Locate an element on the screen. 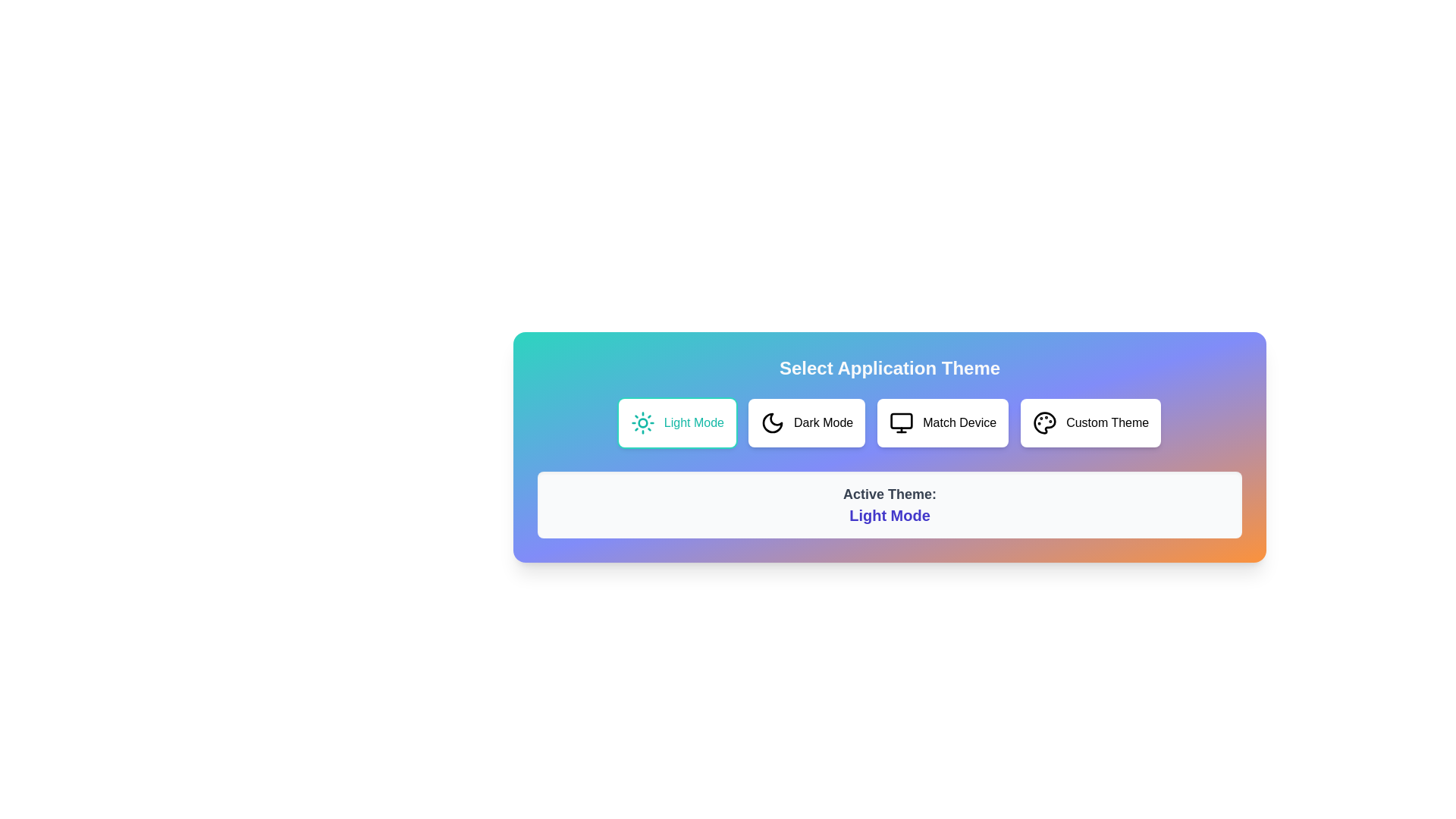 The height and width of the screenshot is (819, 1456). the theme button Match Device to preview its hover effect is located at coordinates (942, 423).